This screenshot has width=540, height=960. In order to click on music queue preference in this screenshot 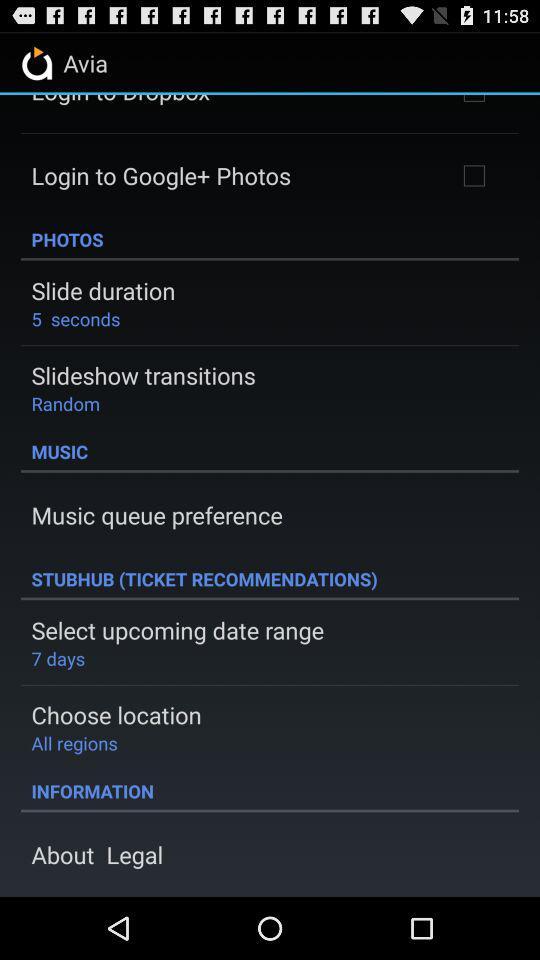, I will do `click(156, 514)`.